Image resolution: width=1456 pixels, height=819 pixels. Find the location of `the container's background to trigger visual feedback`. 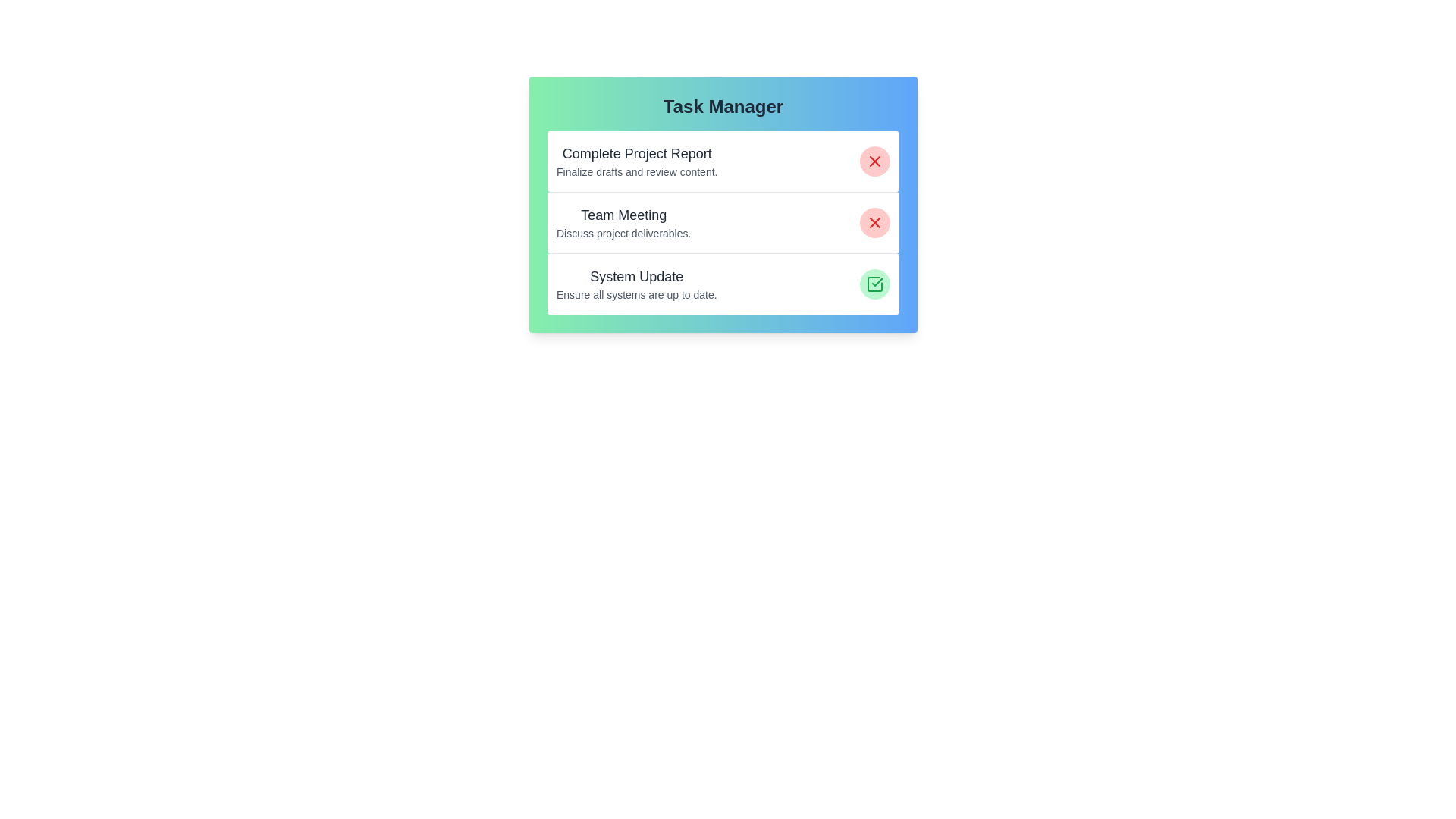

the container's background to trigger visual feedback is located at coordinates (723, 205).